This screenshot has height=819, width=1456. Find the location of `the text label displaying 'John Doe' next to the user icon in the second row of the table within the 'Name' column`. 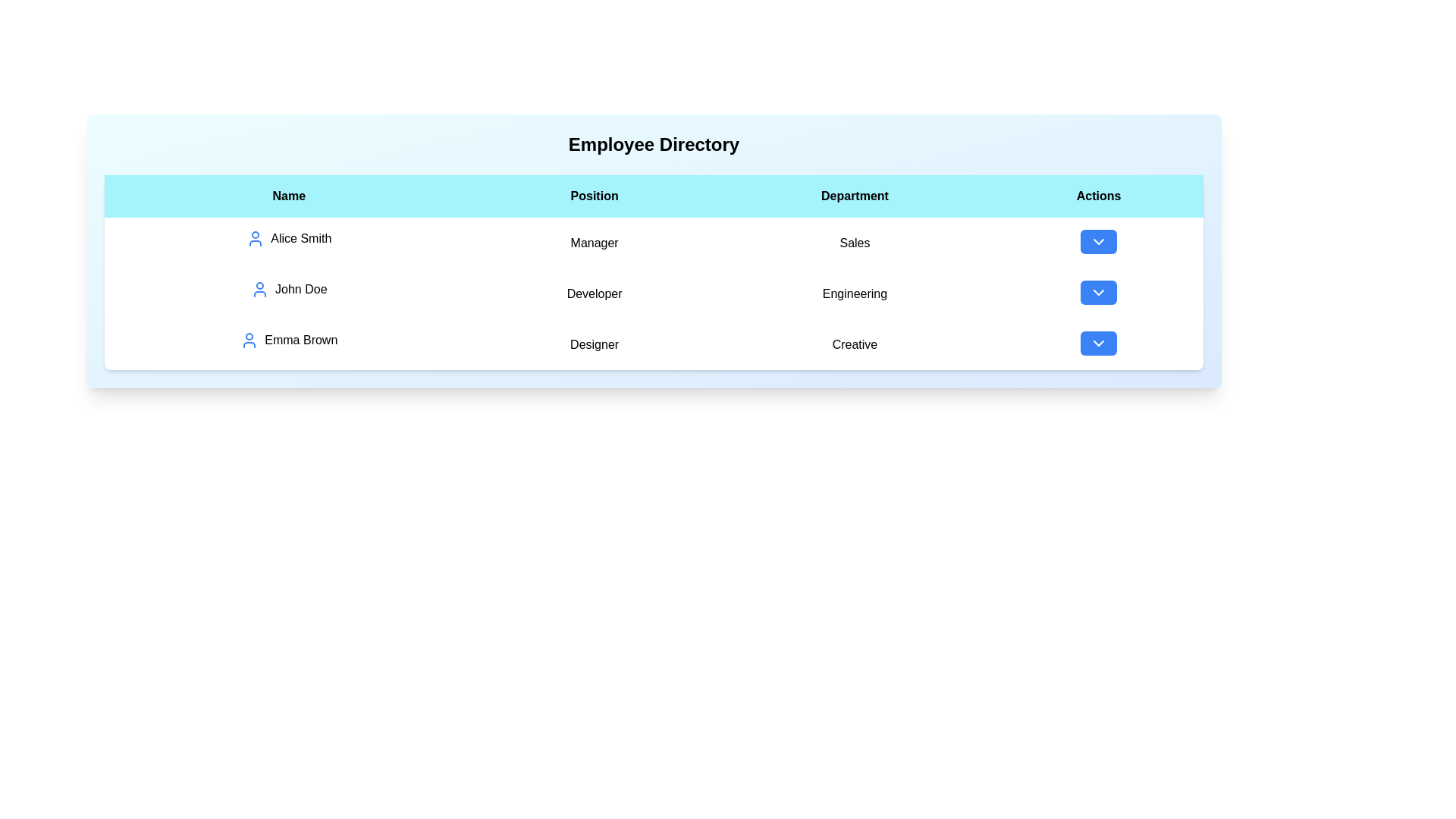

the text label displaying 'John Doe' next to the user icon in the second row of the table within the 'Name' column is located at coordinates (289, 289).